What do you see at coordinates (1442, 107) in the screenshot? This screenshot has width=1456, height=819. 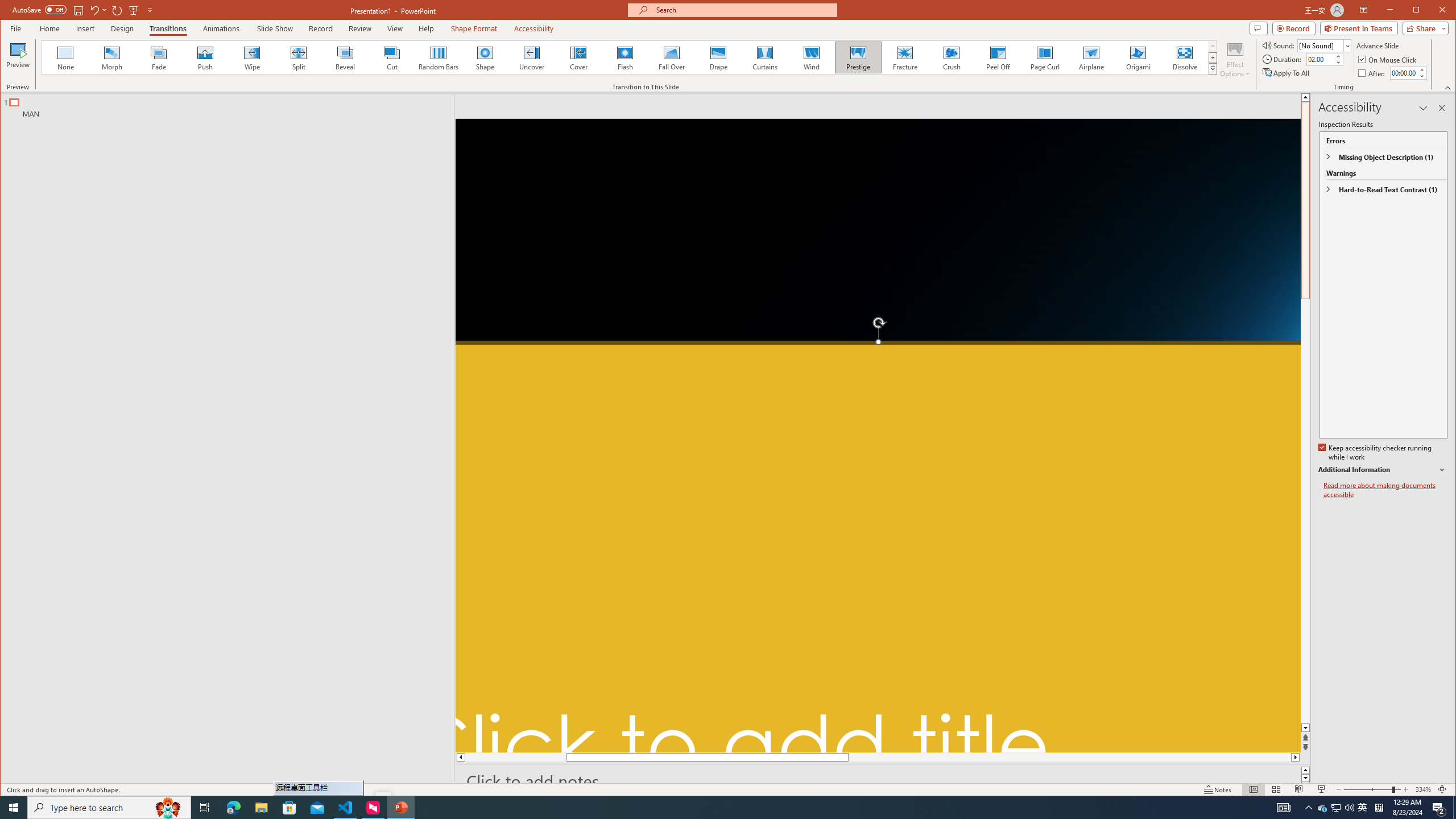 I see `'Close pane'` at bounding box center [1442, 107].